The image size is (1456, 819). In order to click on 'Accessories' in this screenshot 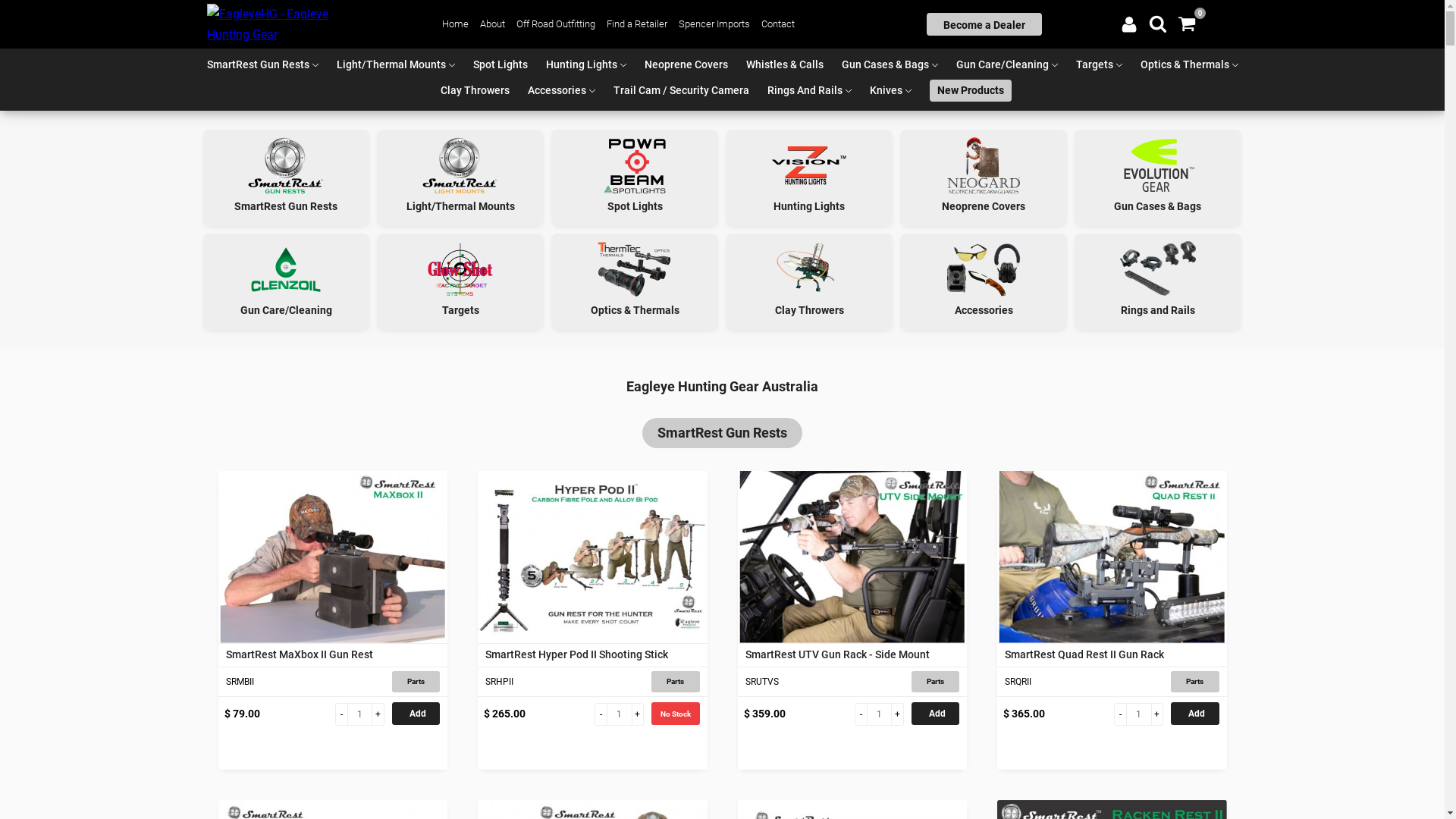, I will do `click(556, 90)`.